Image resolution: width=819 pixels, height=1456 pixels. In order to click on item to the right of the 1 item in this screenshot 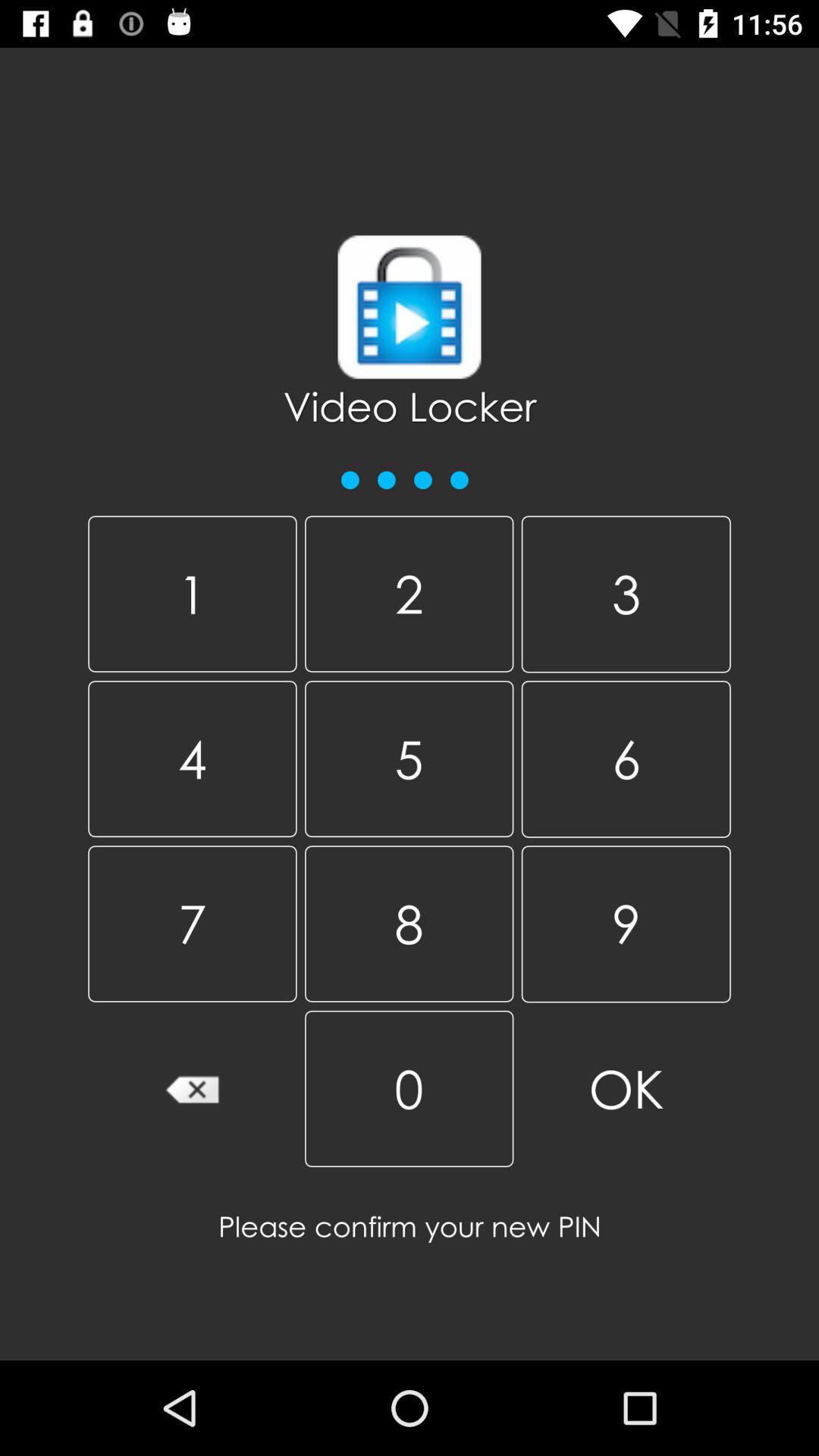, I will do `click(408, 758)`.